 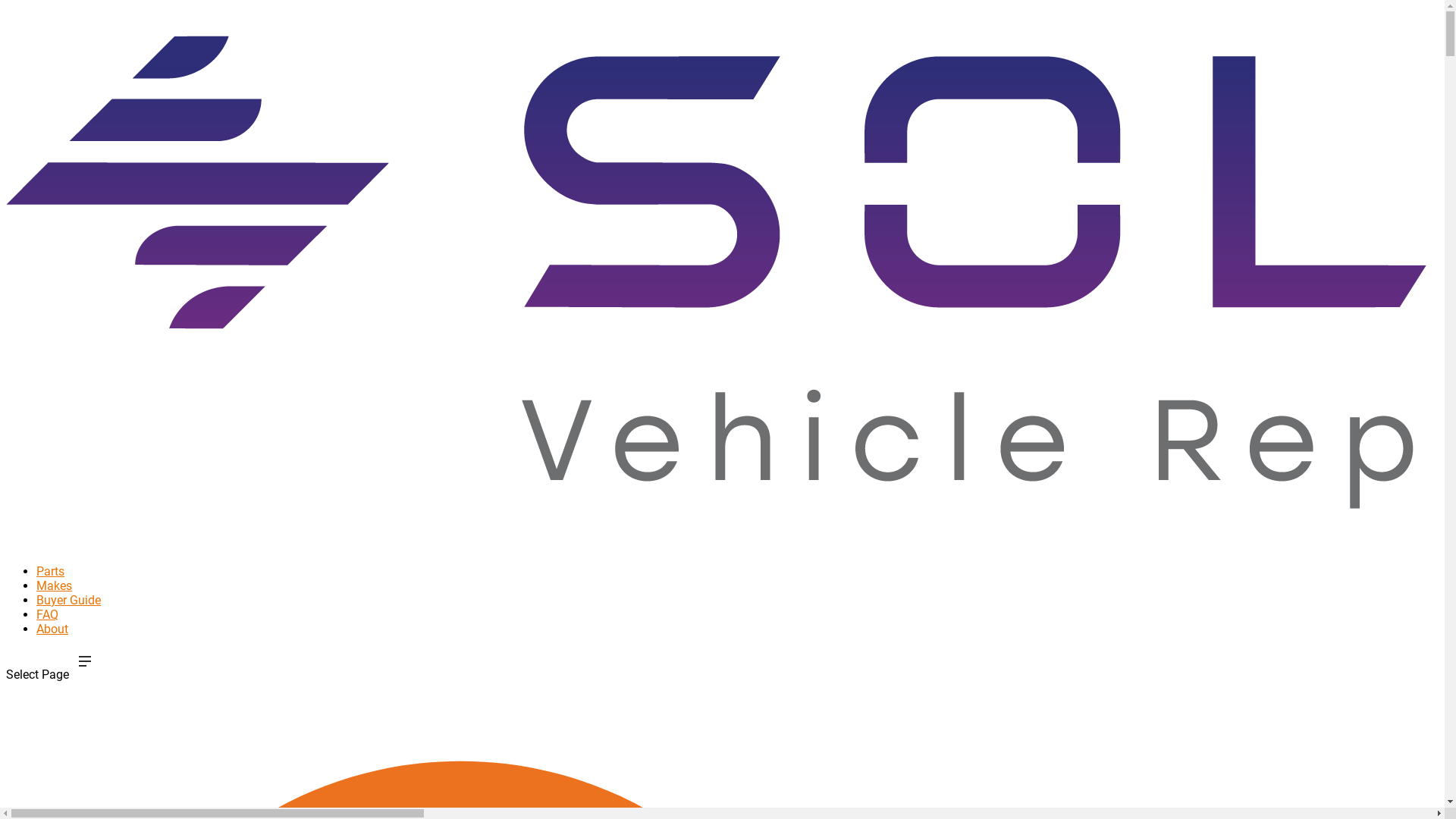 I want to click on 'FAQ', so click(x=47, y=634).